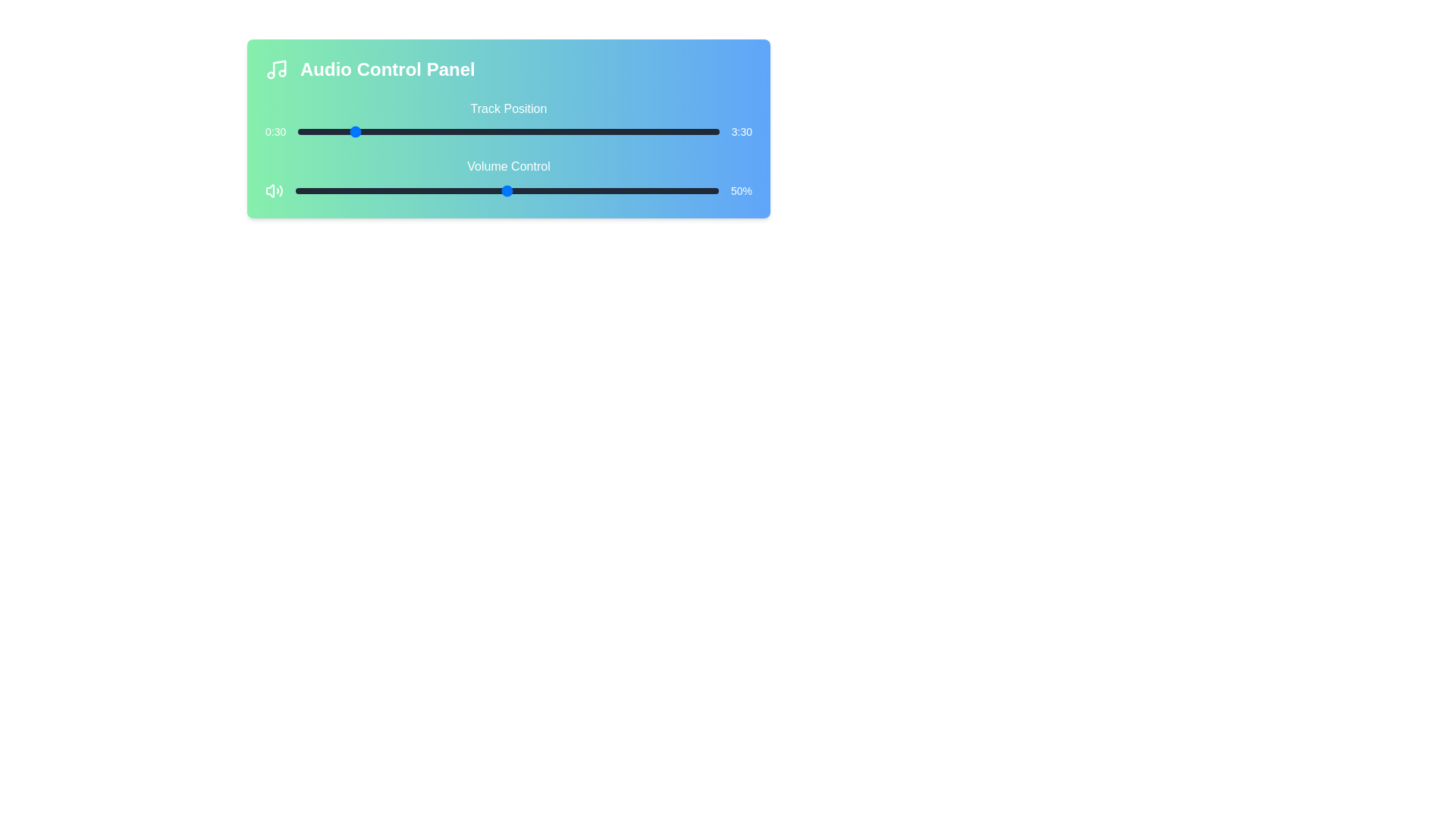 The height and width of the screenshot is (819, 1456). Describe the element at coordinates (476, 190) in the screenshot. I see `the volume level to 43%` at that location.